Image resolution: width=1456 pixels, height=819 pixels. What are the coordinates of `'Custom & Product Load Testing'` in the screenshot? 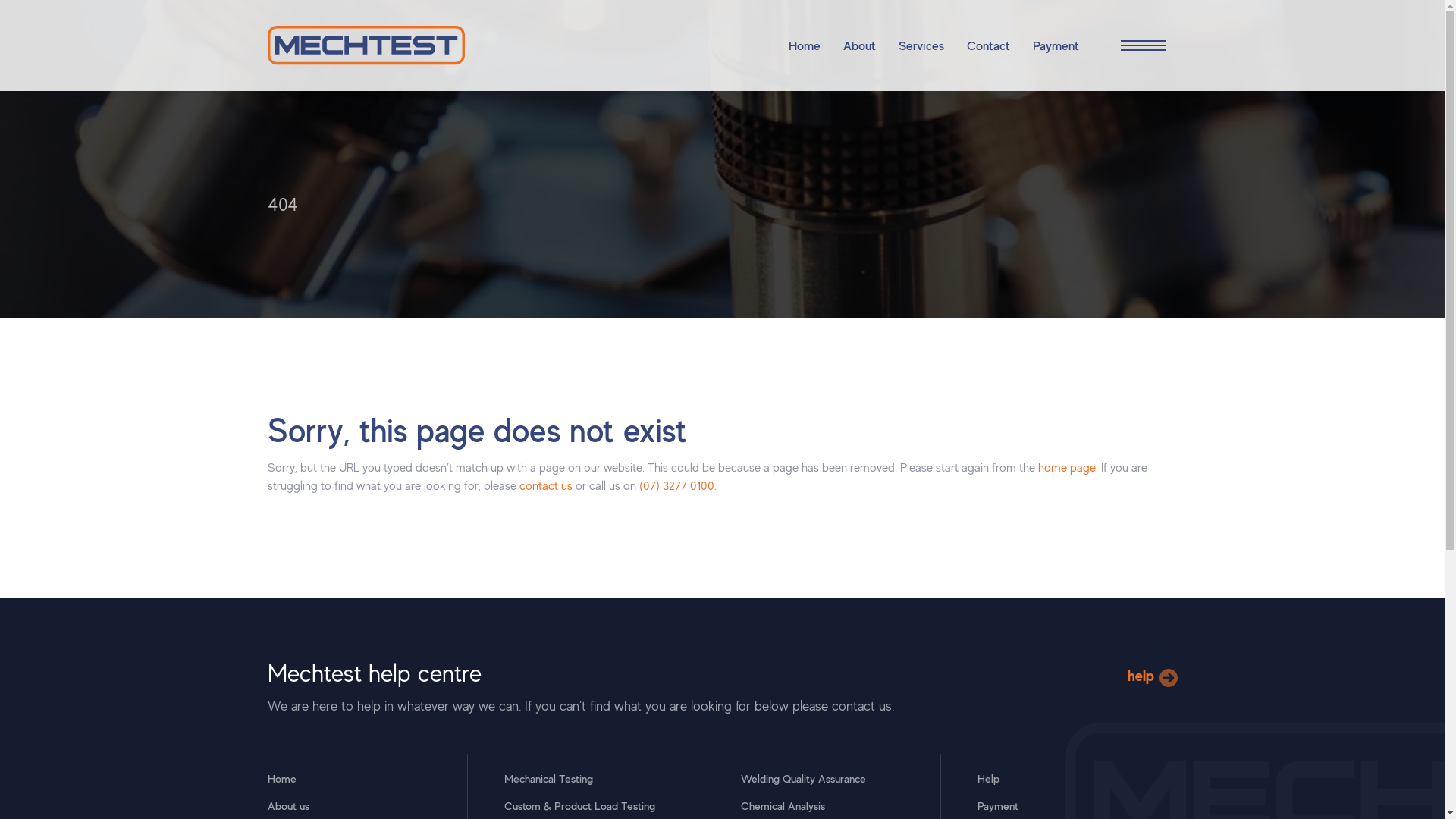 It's located at (503, 805).